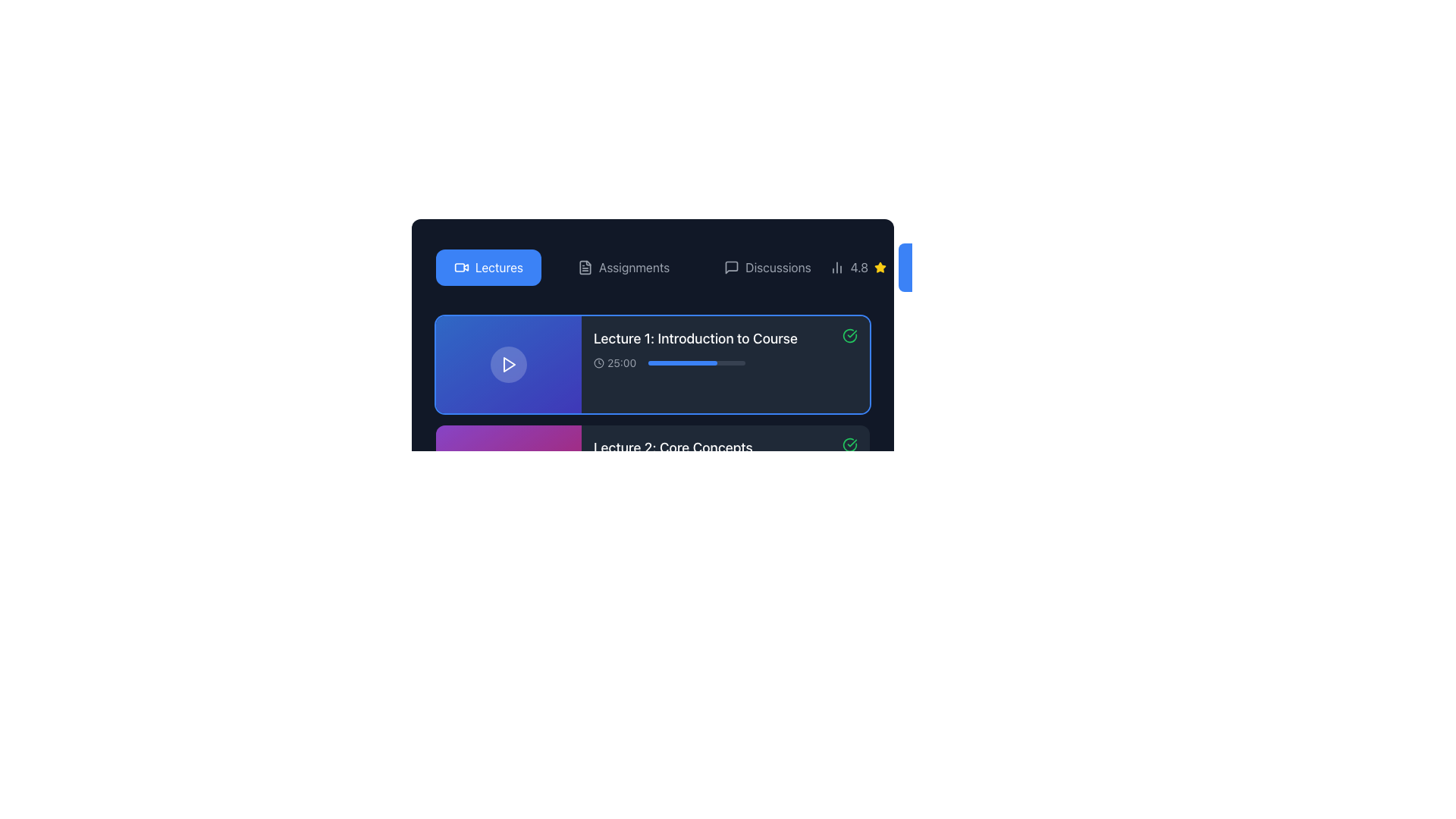 The width and height of the screenshot is (1456, 819). I want to click on the 'Assignments' button, which is the second button in a group of three buttons, so click(623, 267).